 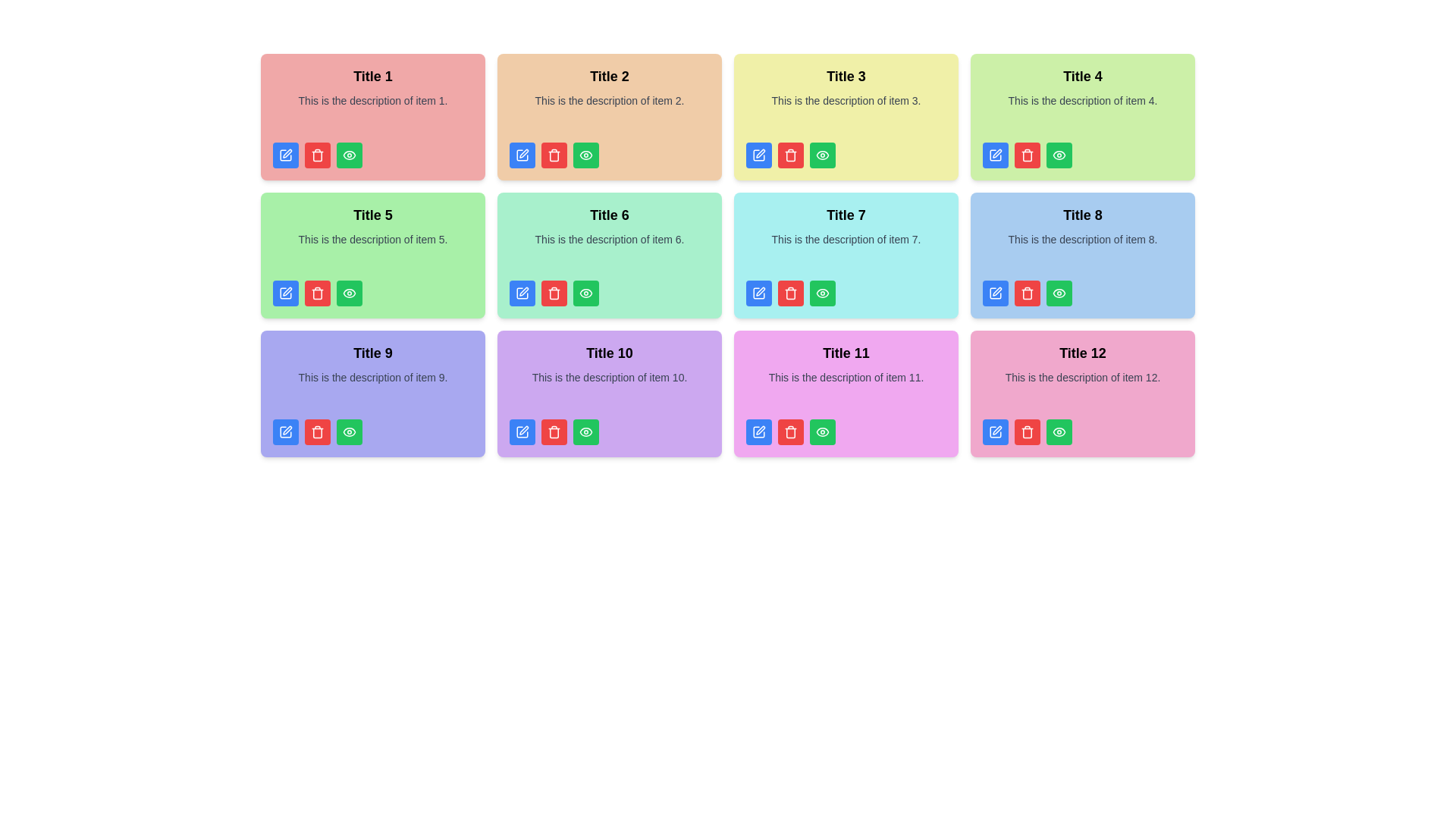 I want to click on the green button with the eye icon located on the right side of the group of three buttons underneath the 'Title 6' item, so click(x=585, y=293).